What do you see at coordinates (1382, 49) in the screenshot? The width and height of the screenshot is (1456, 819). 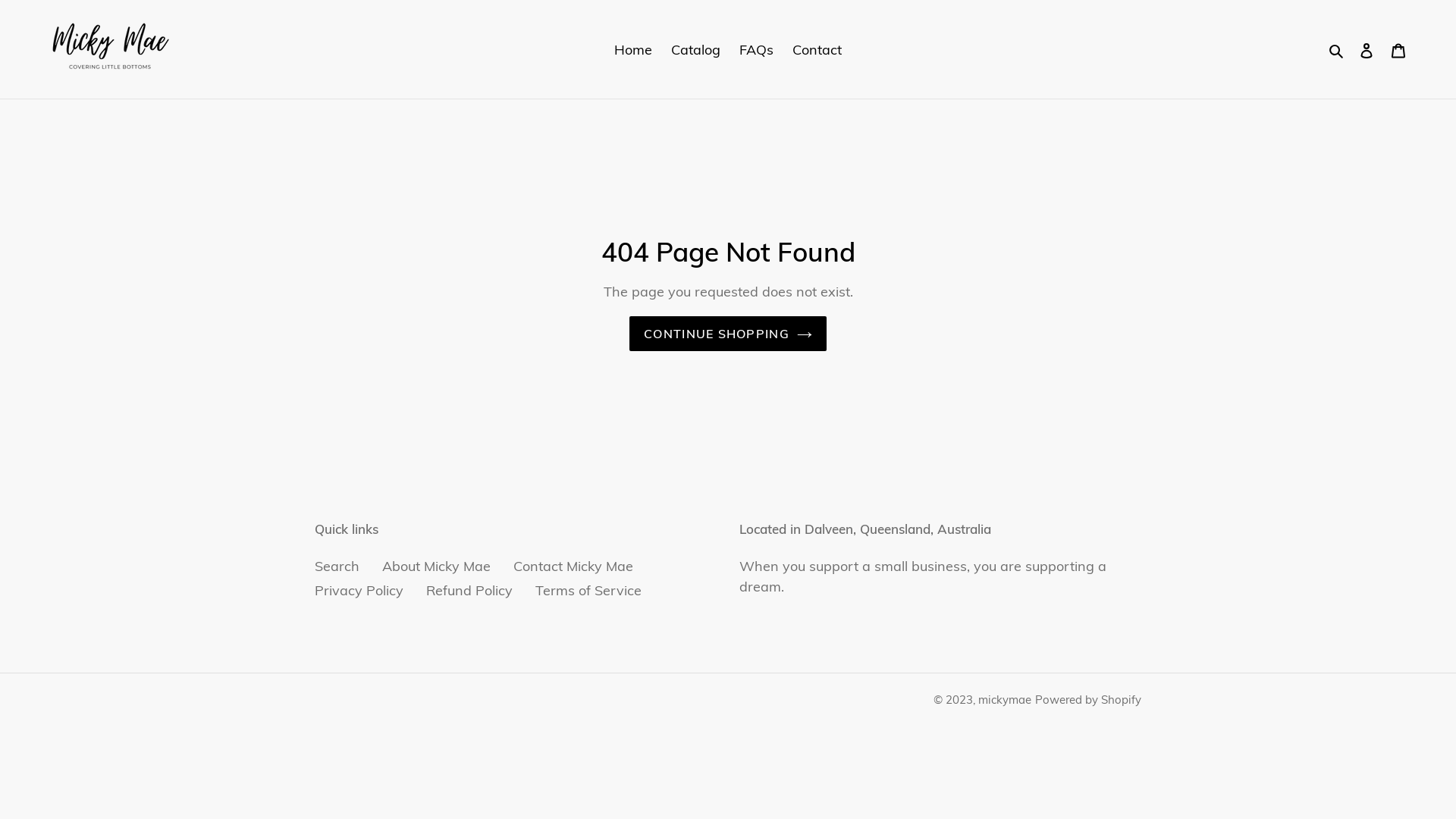 I see `'Cart'` at bounding box center [1382, 49].